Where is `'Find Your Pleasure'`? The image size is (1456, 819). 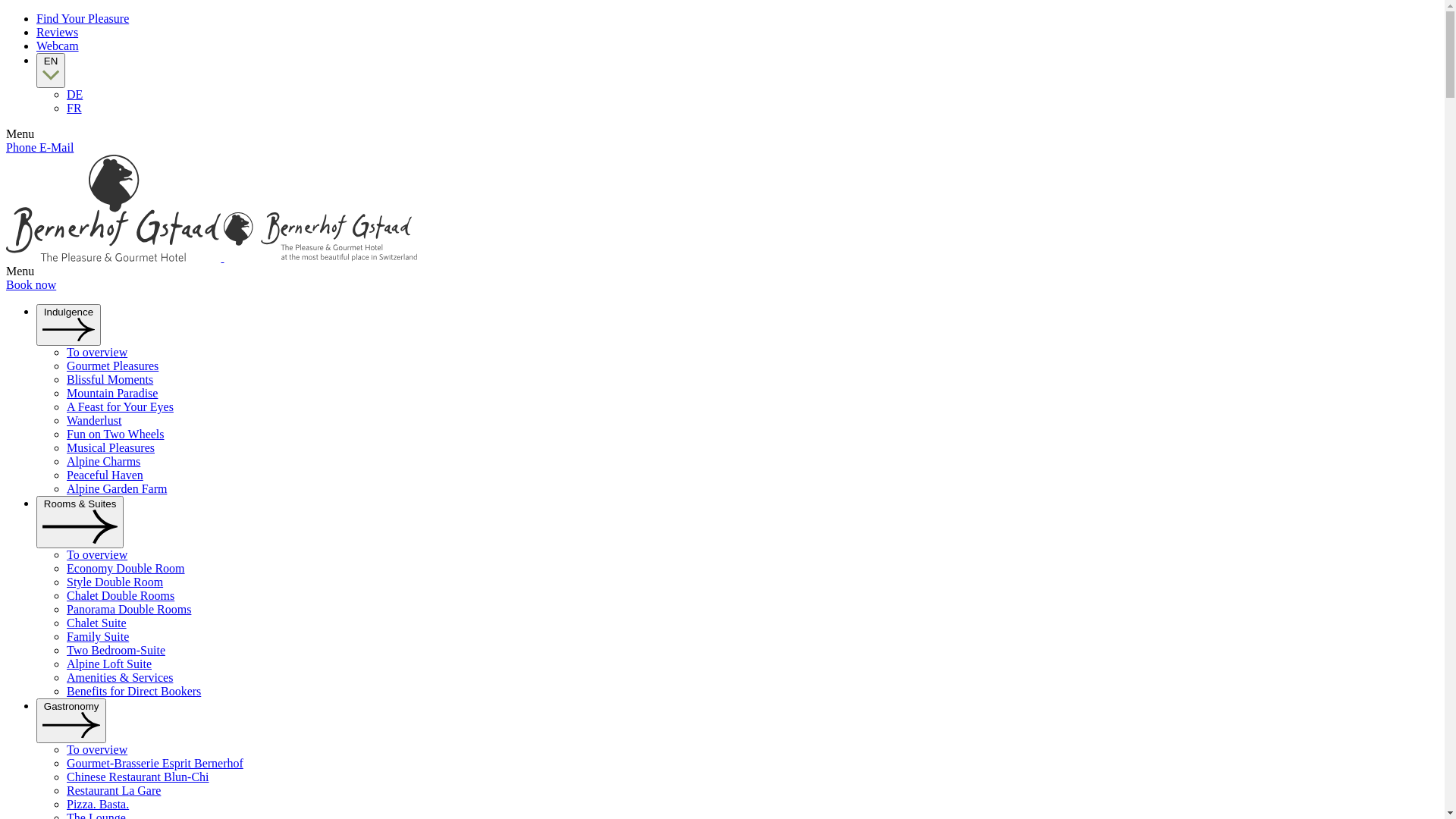
'Find Your Pleasure' is located at coordinates (82, 18).